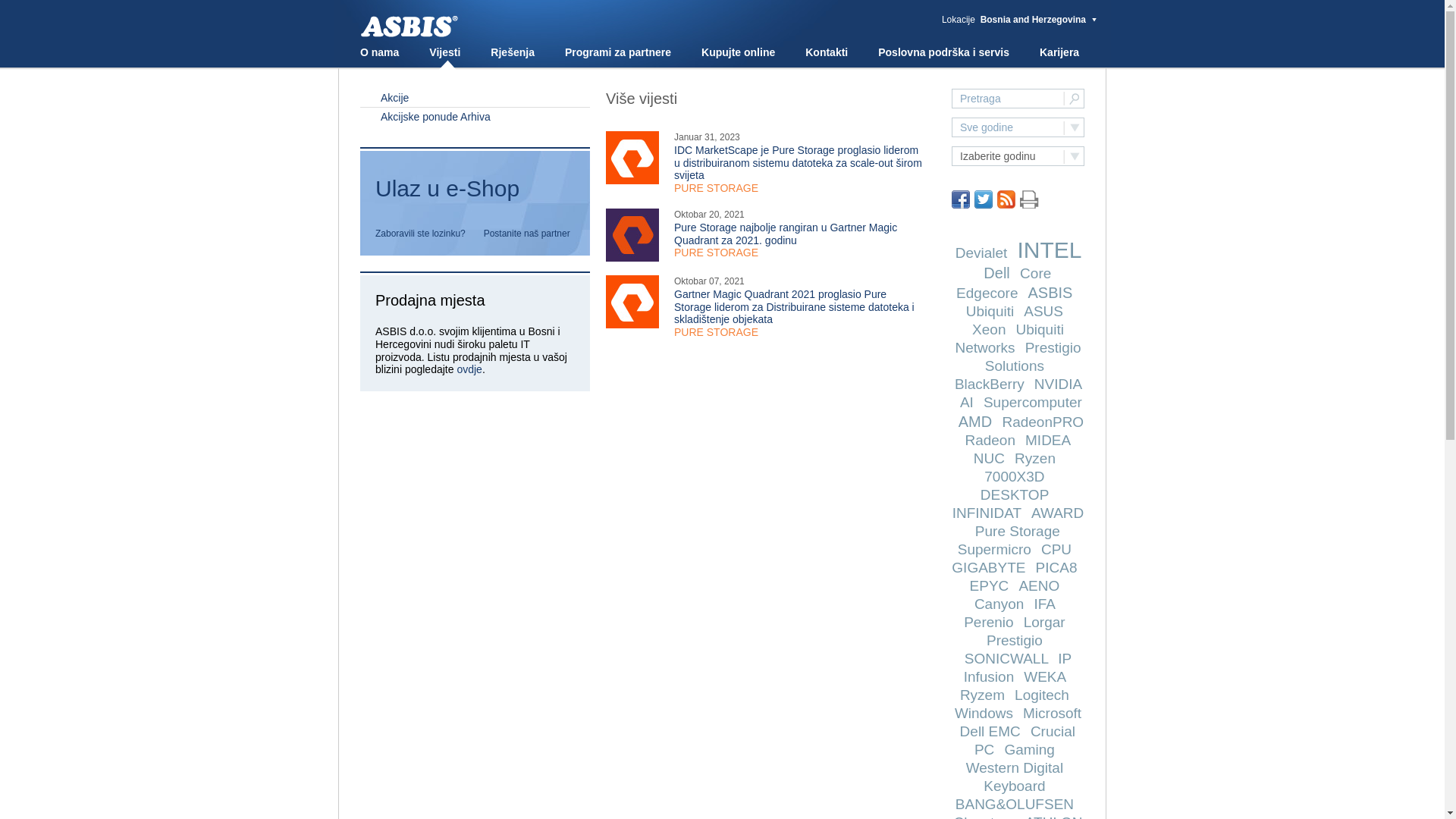 This screenshot has width=1456, height=819. Describe the element at coordinates (1023, 622) in the screenshot. I see `'Lorgar'` at that location.